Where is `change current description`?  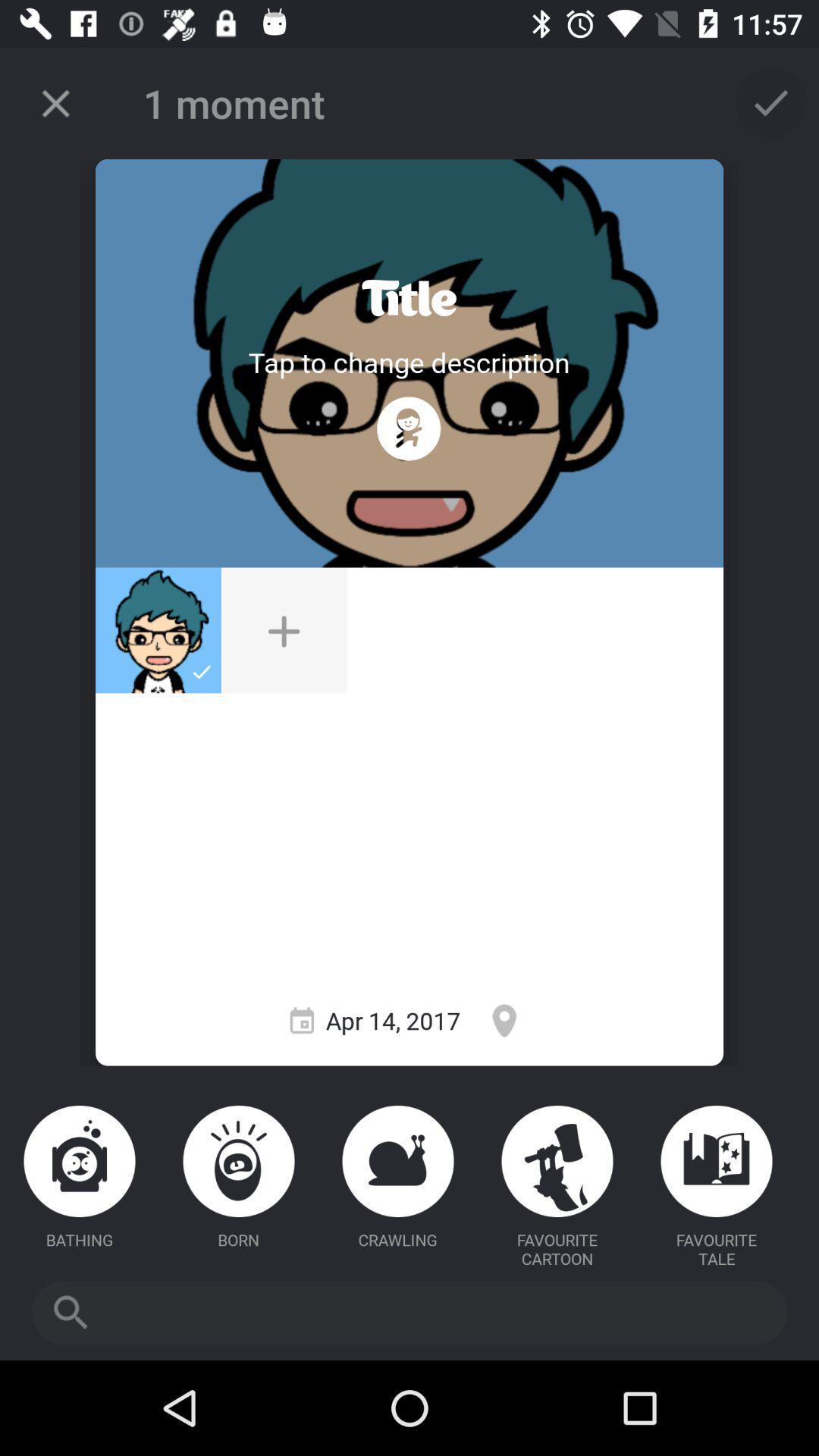 change current description is located at coordinates (408, 361).